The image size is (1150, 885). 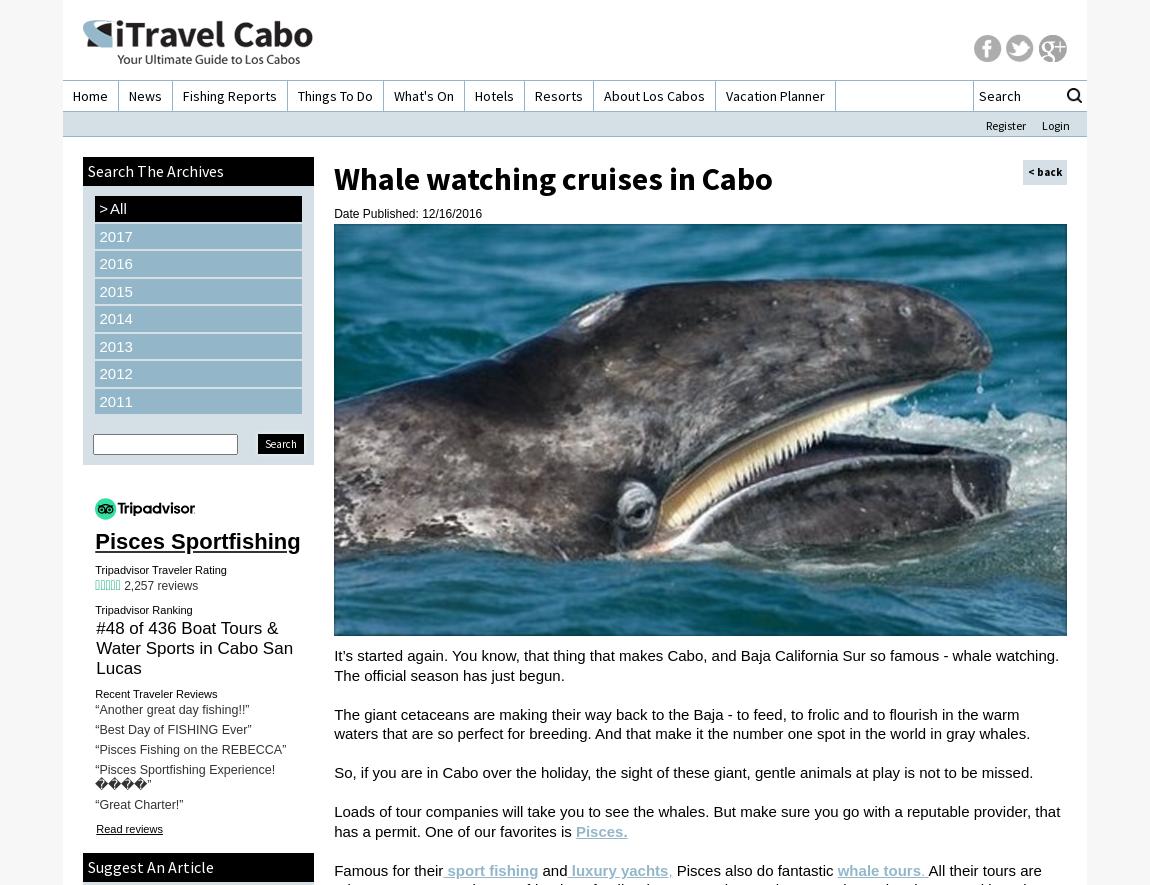 I want to click on 'Resorts', so click(x=559, y=96).